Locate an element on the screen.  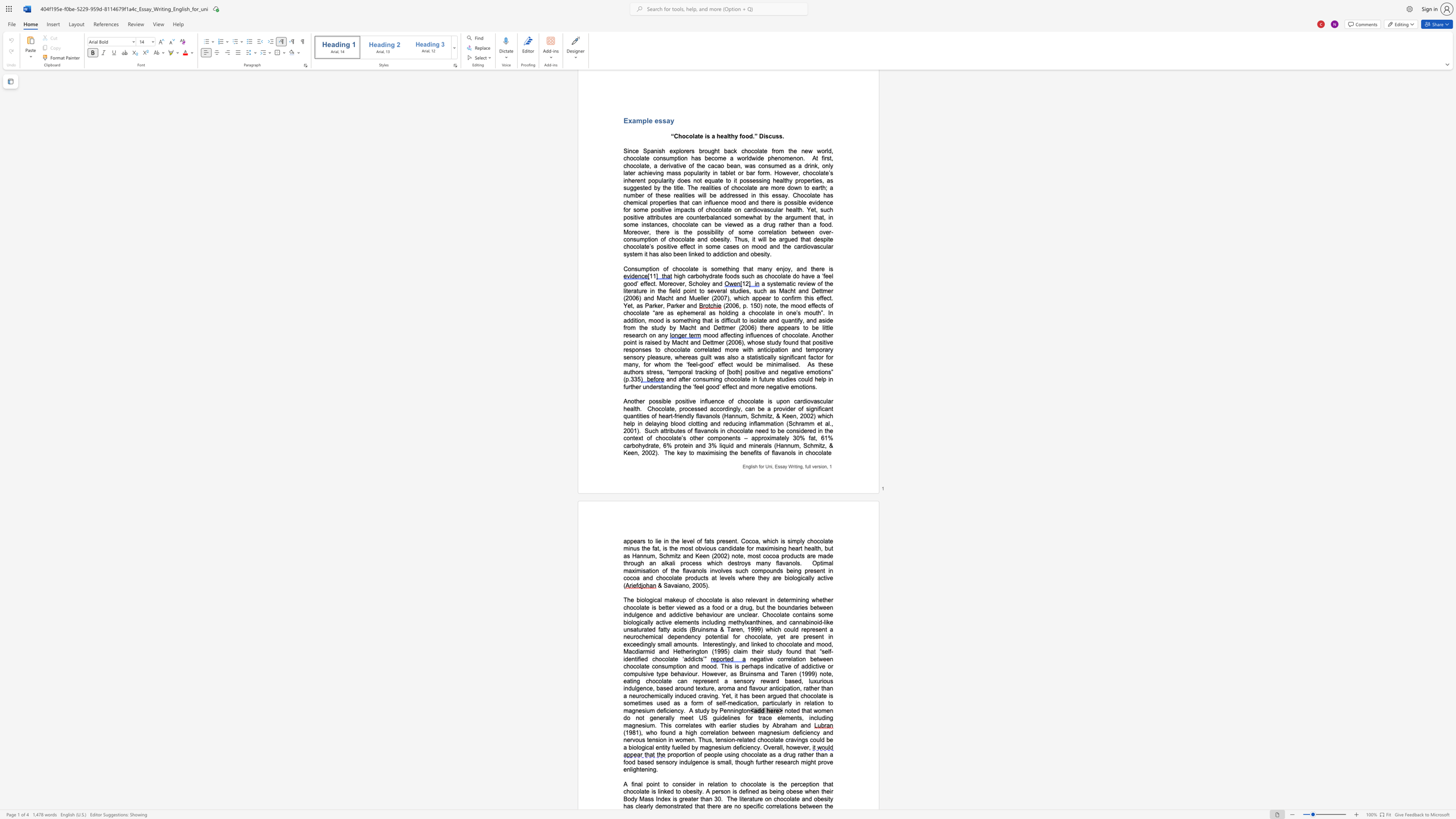
the subset text "ture on chocolate" within the text "The literature on chocolate and obesity has clearly" is located at coordinates (752, 798).